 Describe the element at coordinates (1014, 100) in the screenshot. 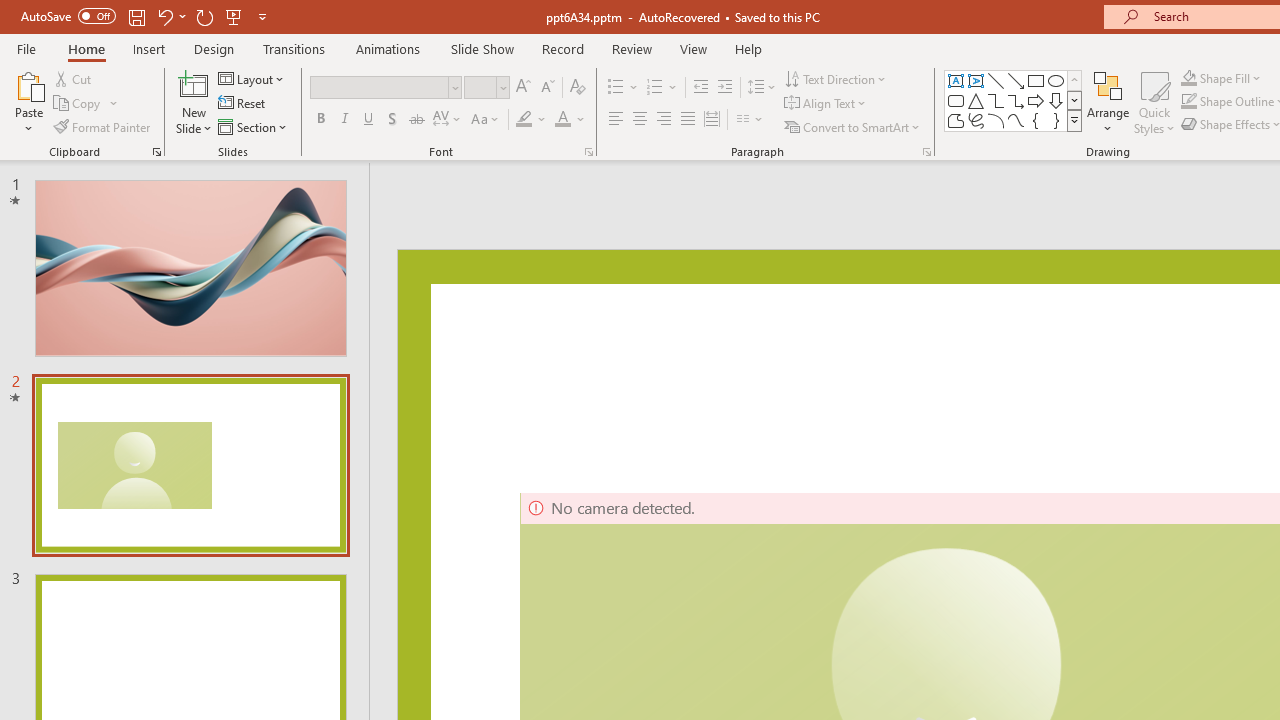

I see `'AutomationID: ShapesInsertGallery'` at that location.